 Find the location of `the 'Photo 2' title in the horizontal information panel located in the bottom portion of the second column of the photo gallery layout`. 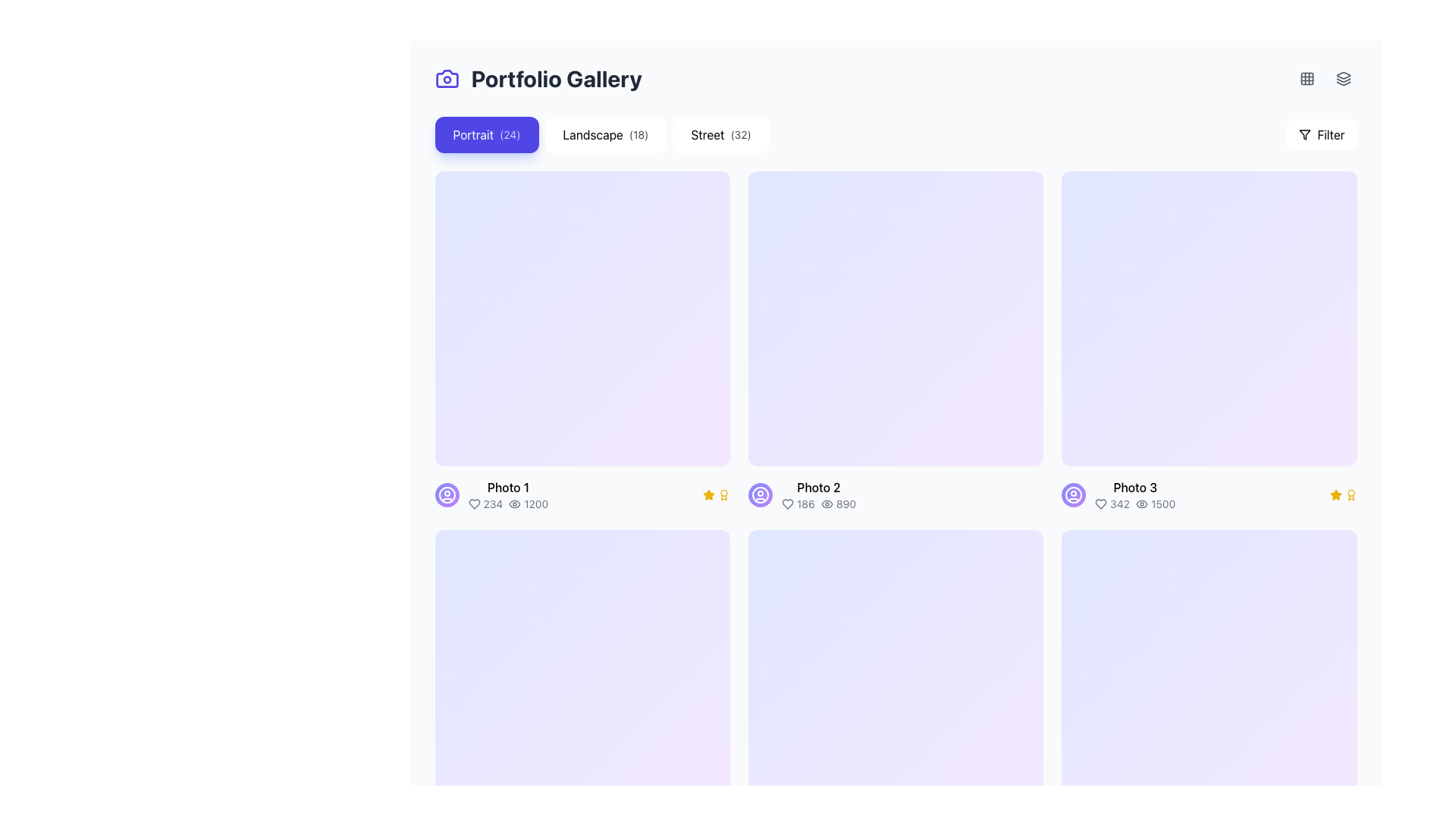

the 'Photo 2' title in the horizontal information panel located in the bottom portion of the second column of the photo gallery layout is located at coordinates (896, 495).